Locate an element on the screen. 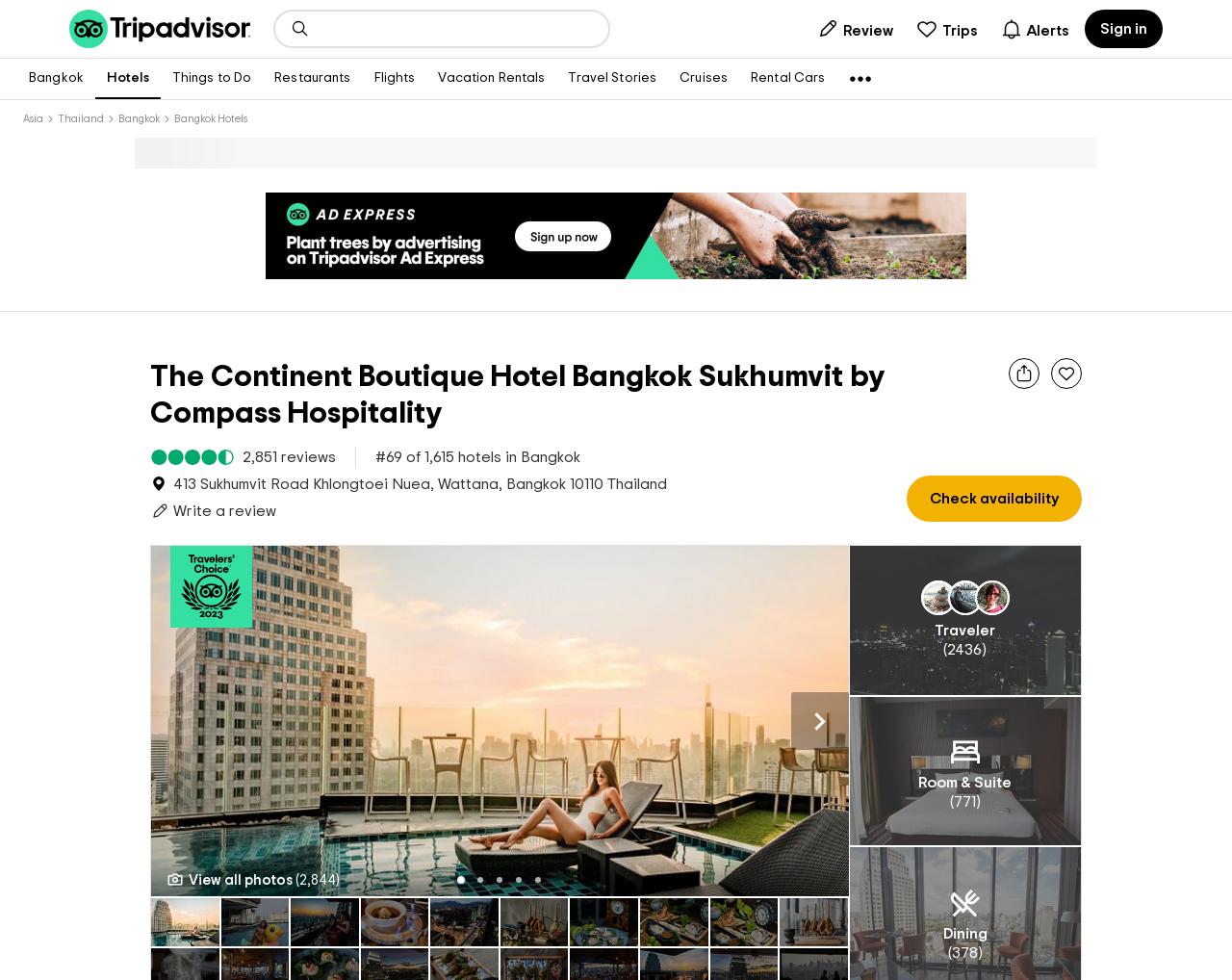  'Rental Cars' is located at coordinates (750, 78).